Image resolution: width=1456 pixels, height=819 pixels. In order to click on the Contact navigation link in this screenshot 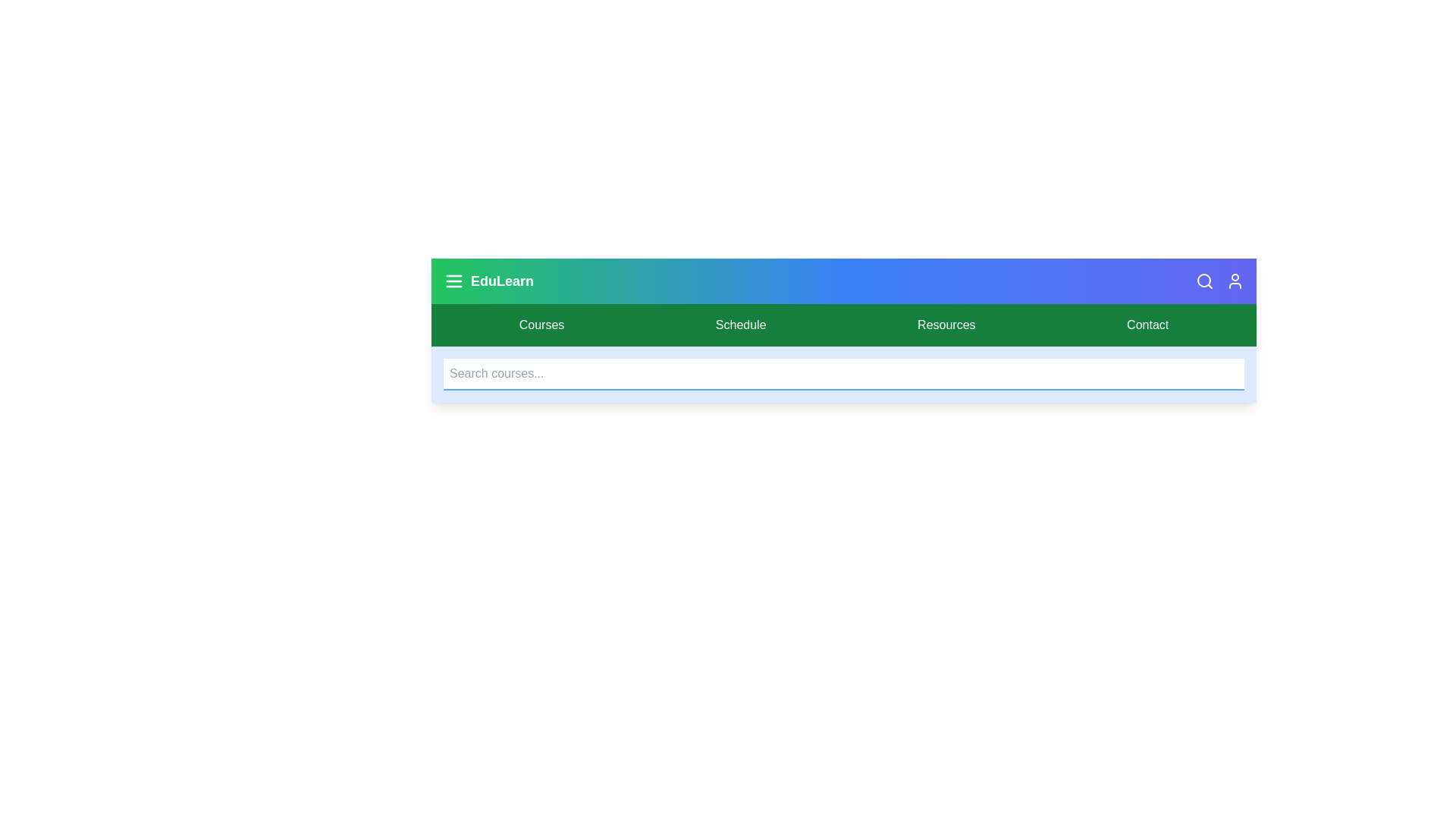, I will do `click(1147, 324)`.